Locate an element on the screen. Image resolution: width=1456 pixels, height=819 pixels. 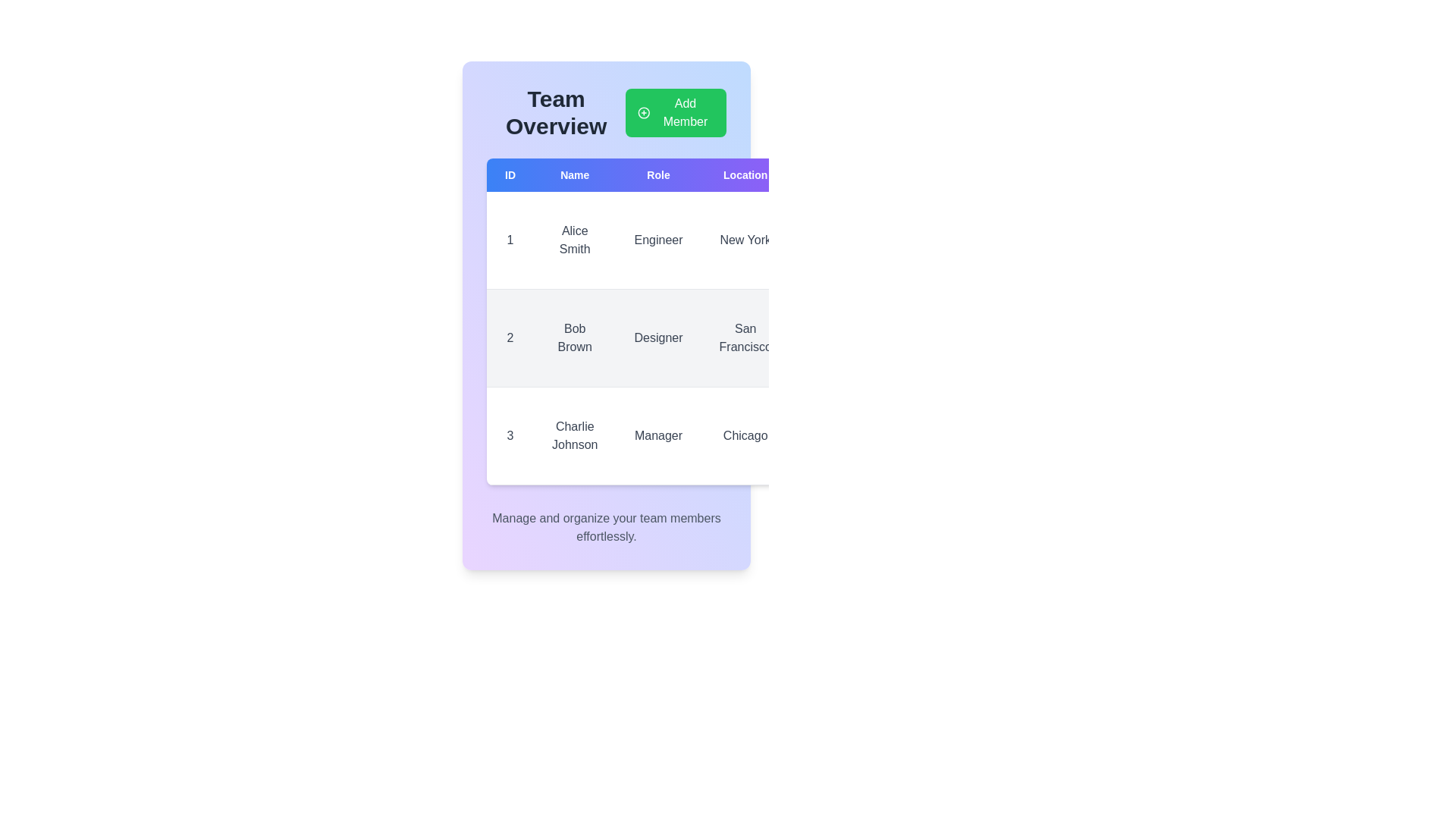
the static text field displaying the location for Alice Smith, located in the fourth column of the first row under the 'Location' header is located at coordinates (745, 240).